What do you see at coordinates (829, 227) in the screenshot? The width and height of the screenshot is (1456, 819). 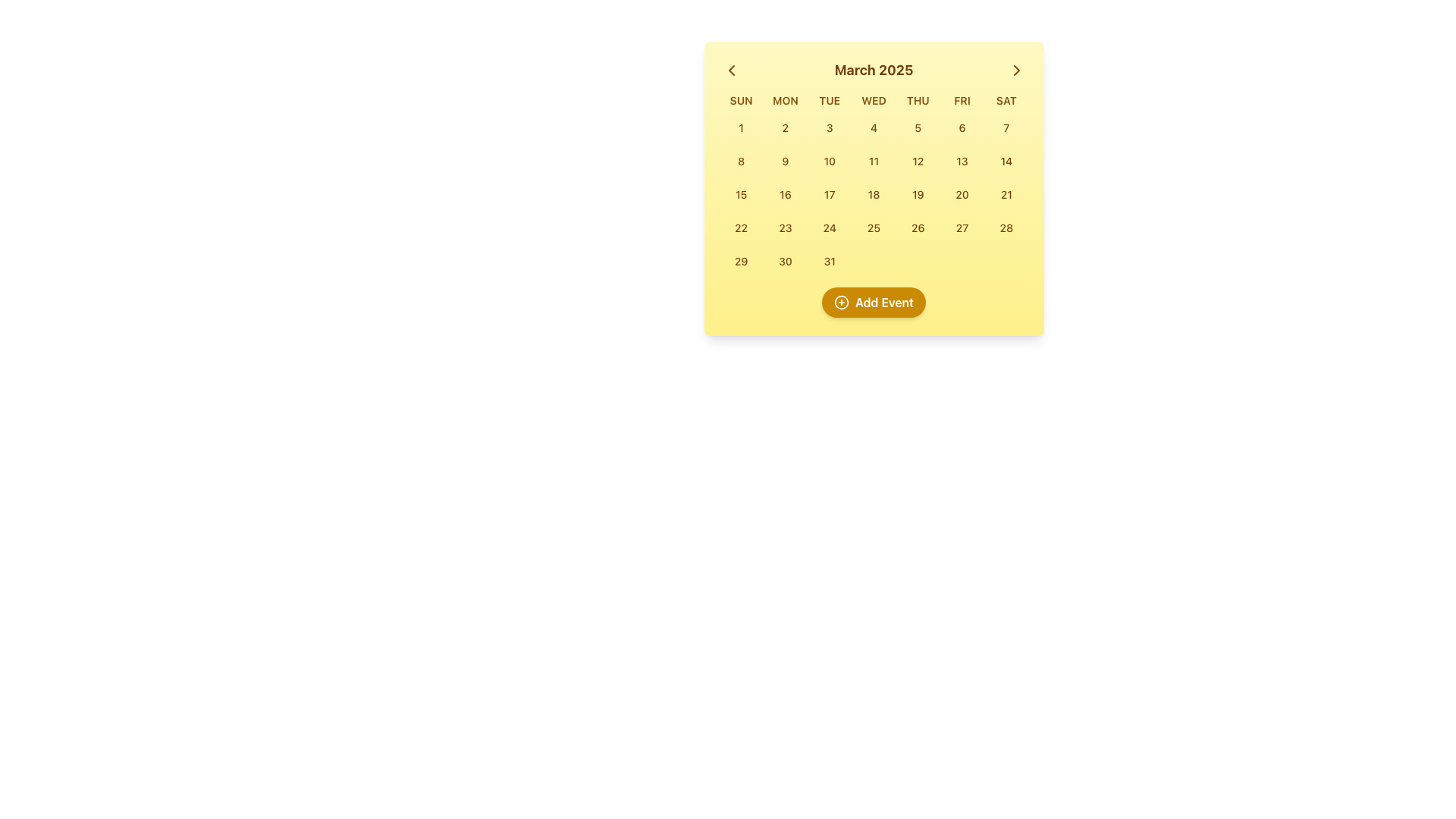 I see `the date text representing March 24, 2025 in the calendar interface` at bounding box center [829, 227].